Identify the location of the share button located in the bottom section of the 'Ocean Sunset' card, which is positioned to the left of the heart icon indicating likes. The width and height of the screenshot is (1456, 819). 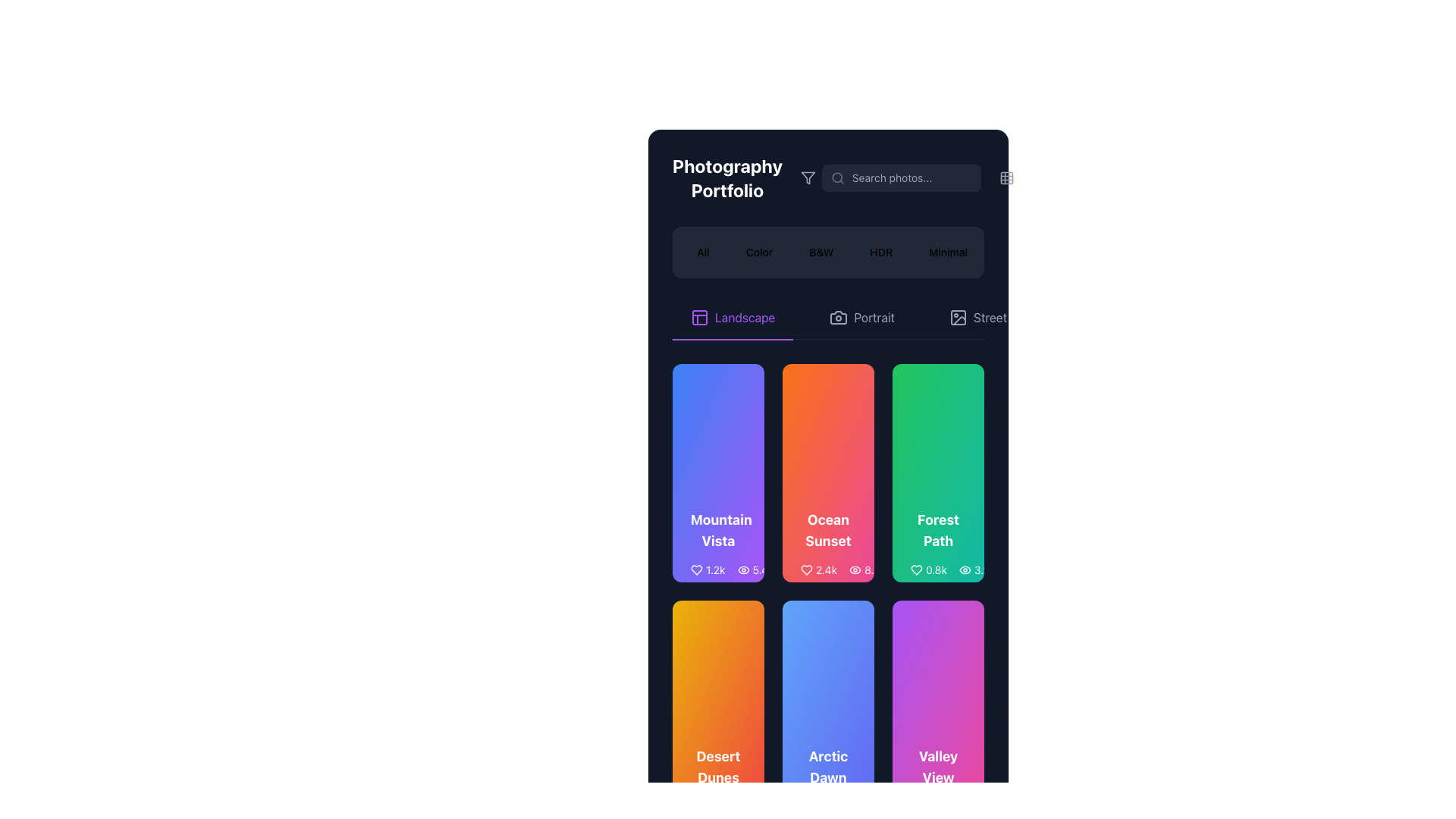
(786, 570).